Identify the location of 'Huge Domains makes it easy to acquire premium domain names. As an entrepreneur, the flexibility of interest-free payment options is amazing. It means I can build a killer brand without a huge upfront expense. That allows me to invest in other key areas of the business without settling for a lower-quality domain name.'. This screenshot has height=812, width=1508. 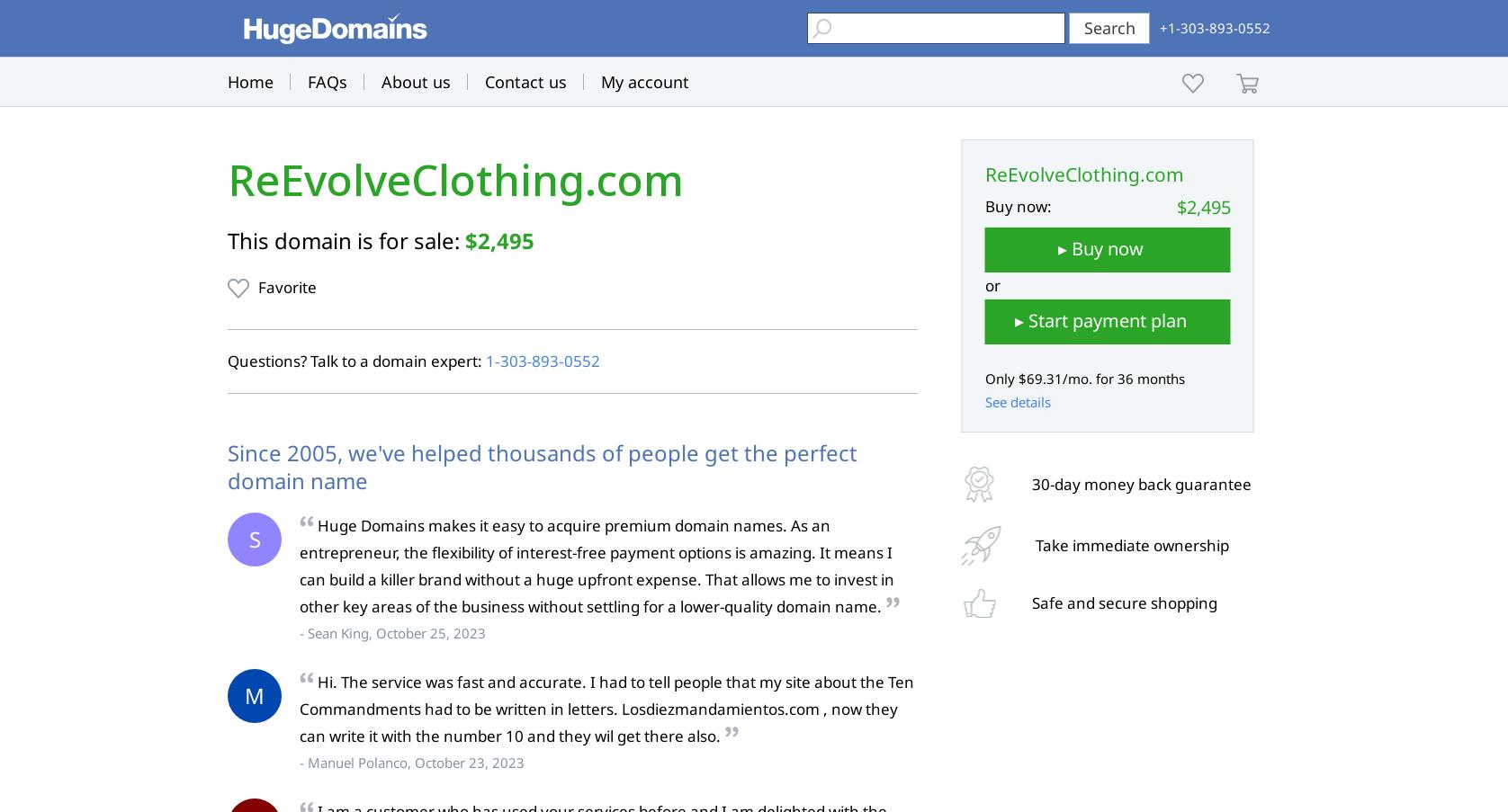
(596, 566).